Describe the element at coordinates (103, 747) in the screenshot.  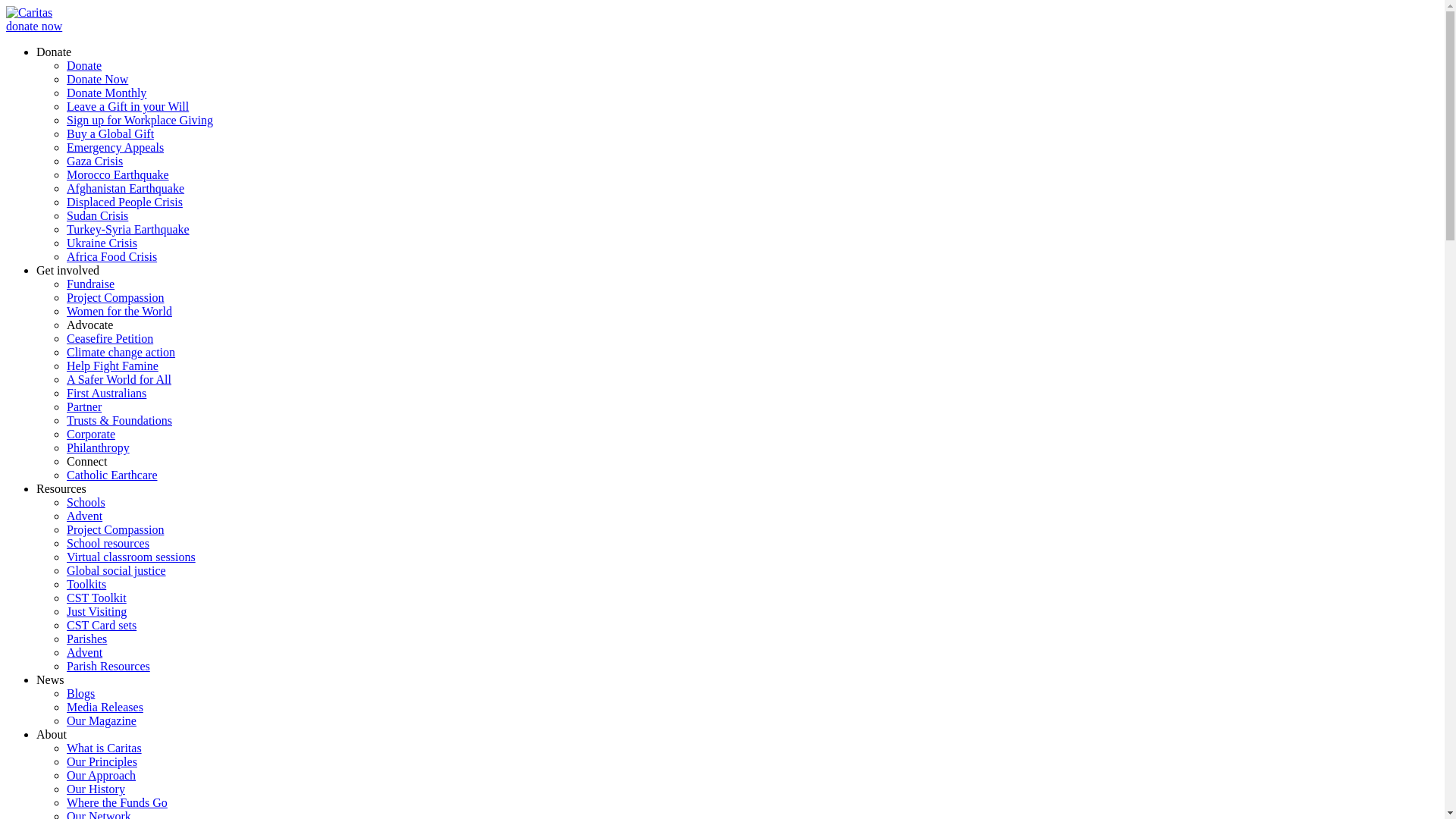
I see `'What is Caritas'` at that location.